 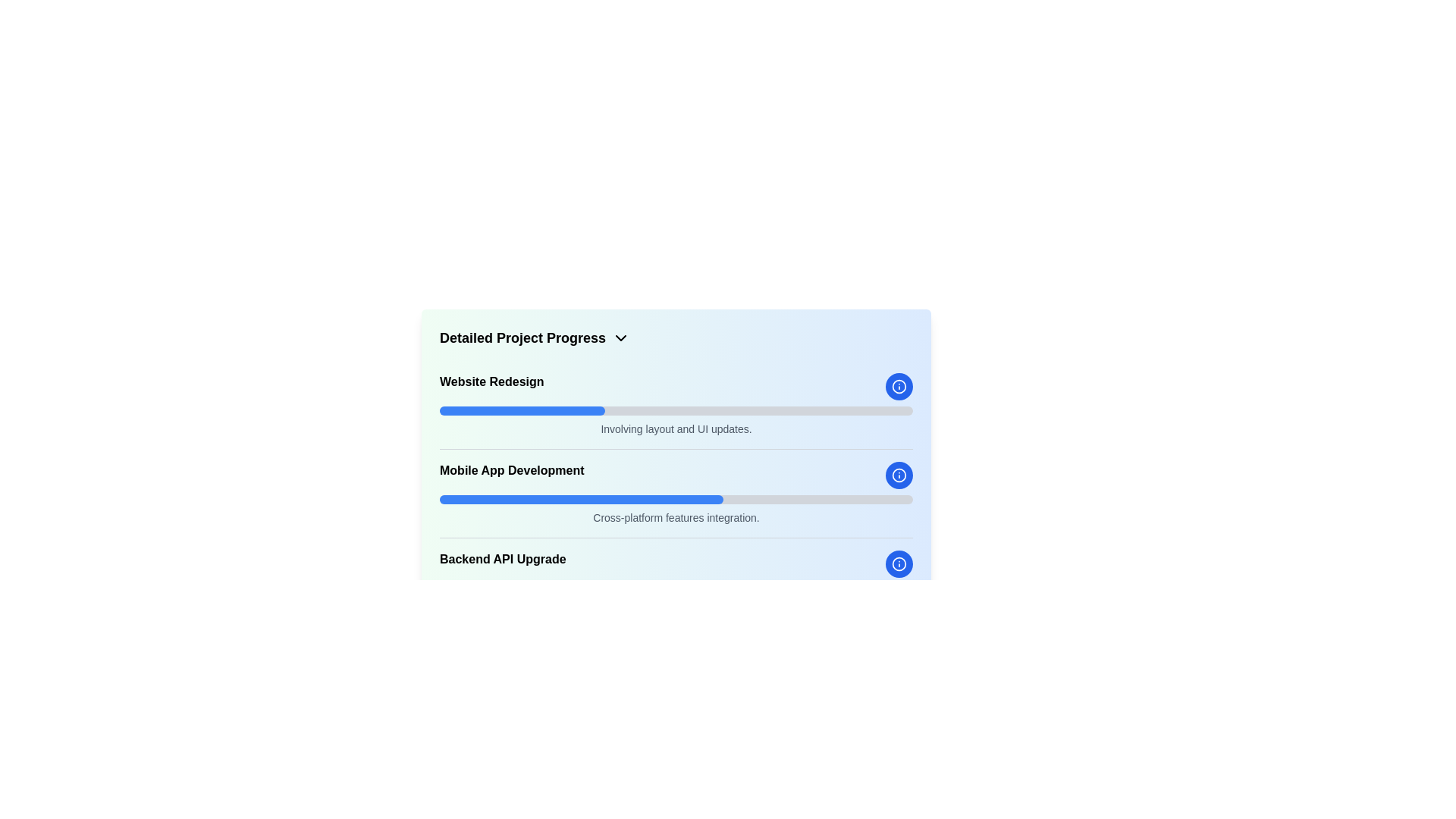 What do you see at coordinates (512, 475) in the screenshot?
I see `the Text Label displaying 'Mobile App Development', which is prominently positioned as a title or heading on the left side of a horizontal layout, between a progress bar and an info icon` at bounding box center [512, 475].